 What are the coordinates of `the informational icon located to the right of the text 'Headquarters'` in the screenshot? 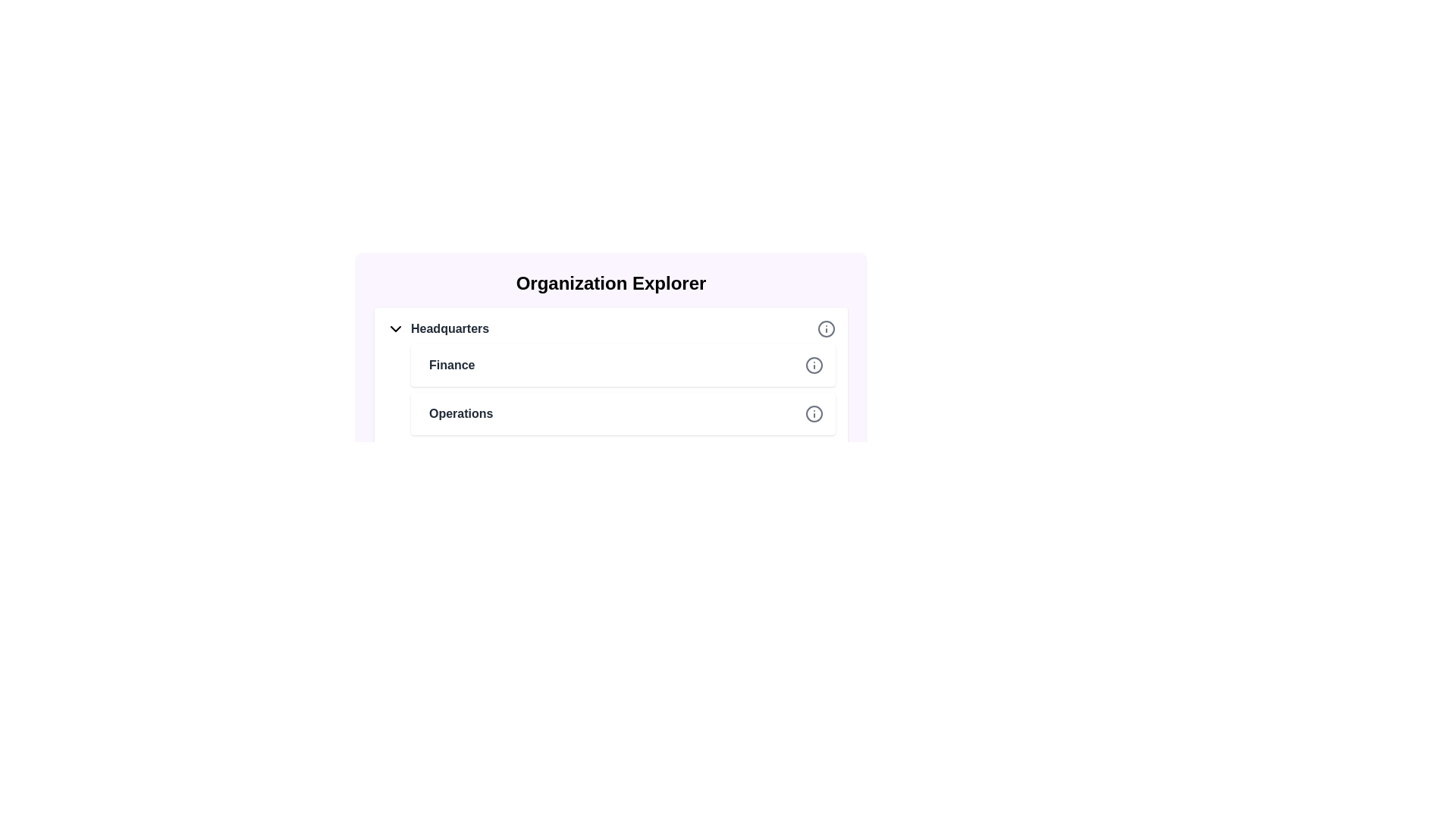 It's located at (825, 328).